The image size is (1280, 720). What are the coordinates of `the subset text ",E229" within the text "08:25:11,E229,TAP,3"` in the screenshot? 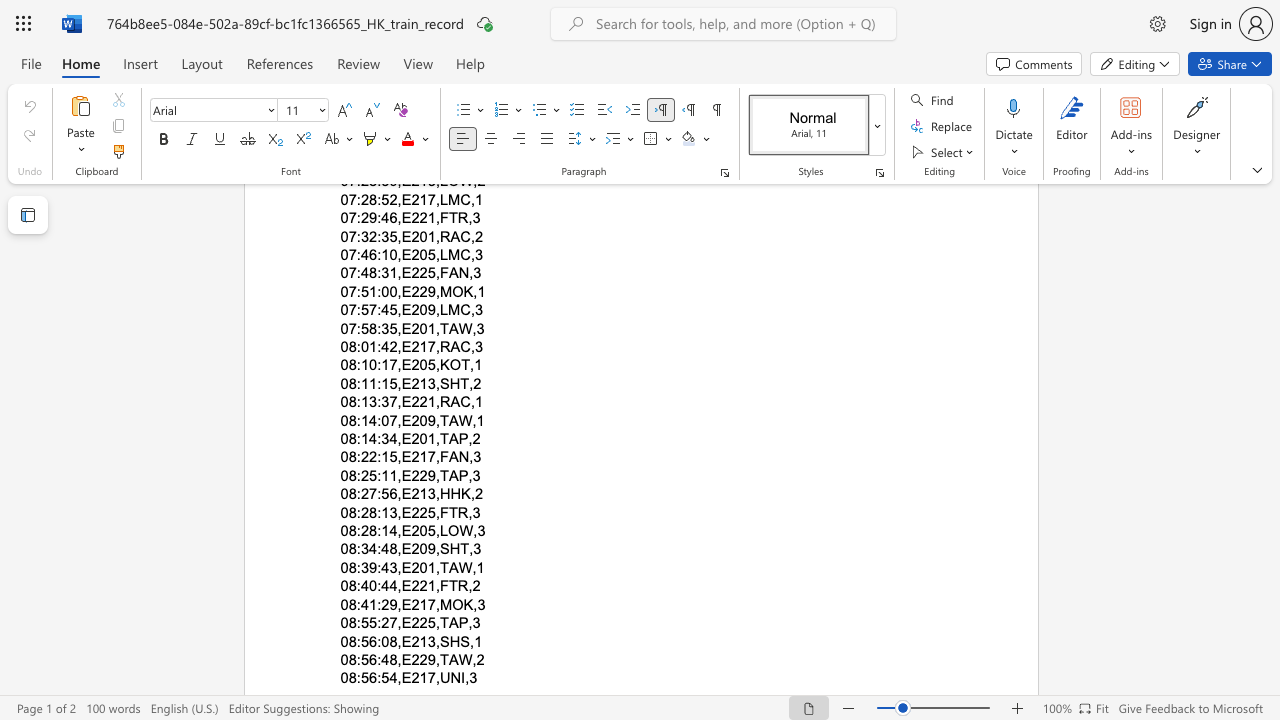 It's located at (397, 475).